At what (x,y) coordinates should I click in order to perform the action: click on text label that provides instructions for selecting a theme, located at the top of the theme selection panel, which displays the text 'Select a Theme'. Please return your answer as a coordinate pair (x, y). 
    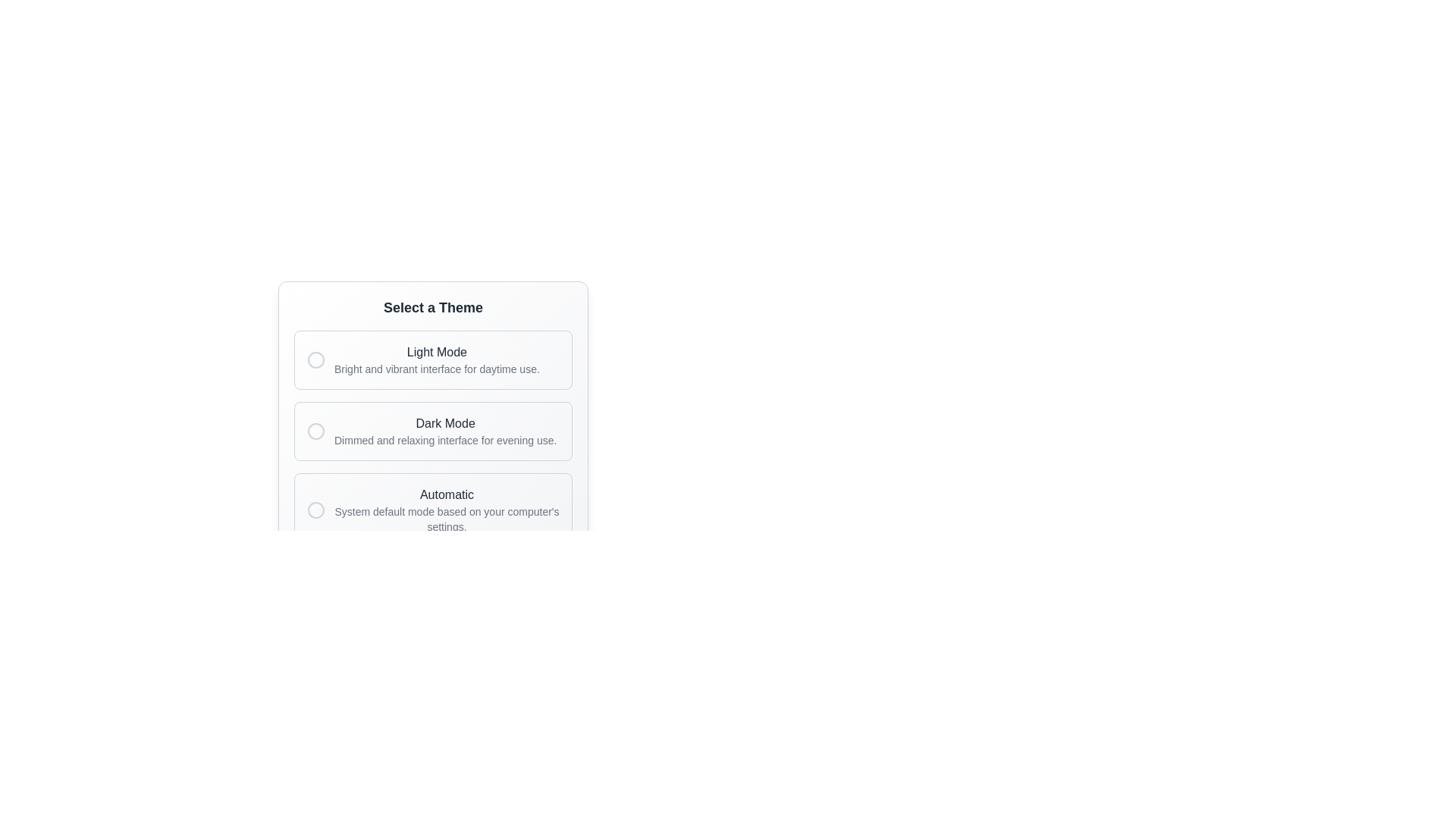
    Looking at the image, I should click on (432, 307).